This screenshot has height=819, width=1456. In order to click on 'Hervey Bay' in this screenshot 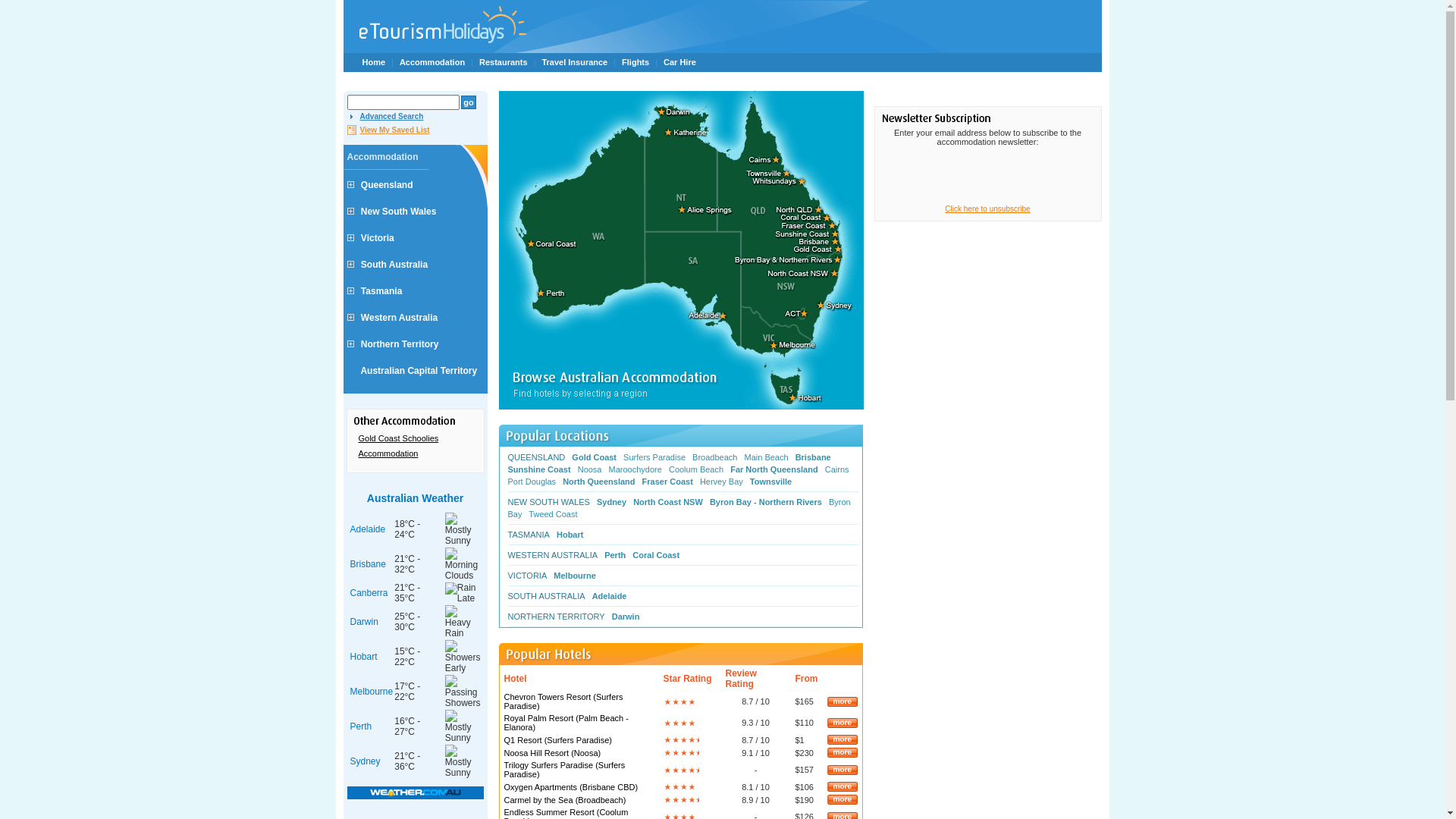, I will do `click(698, 482)`.